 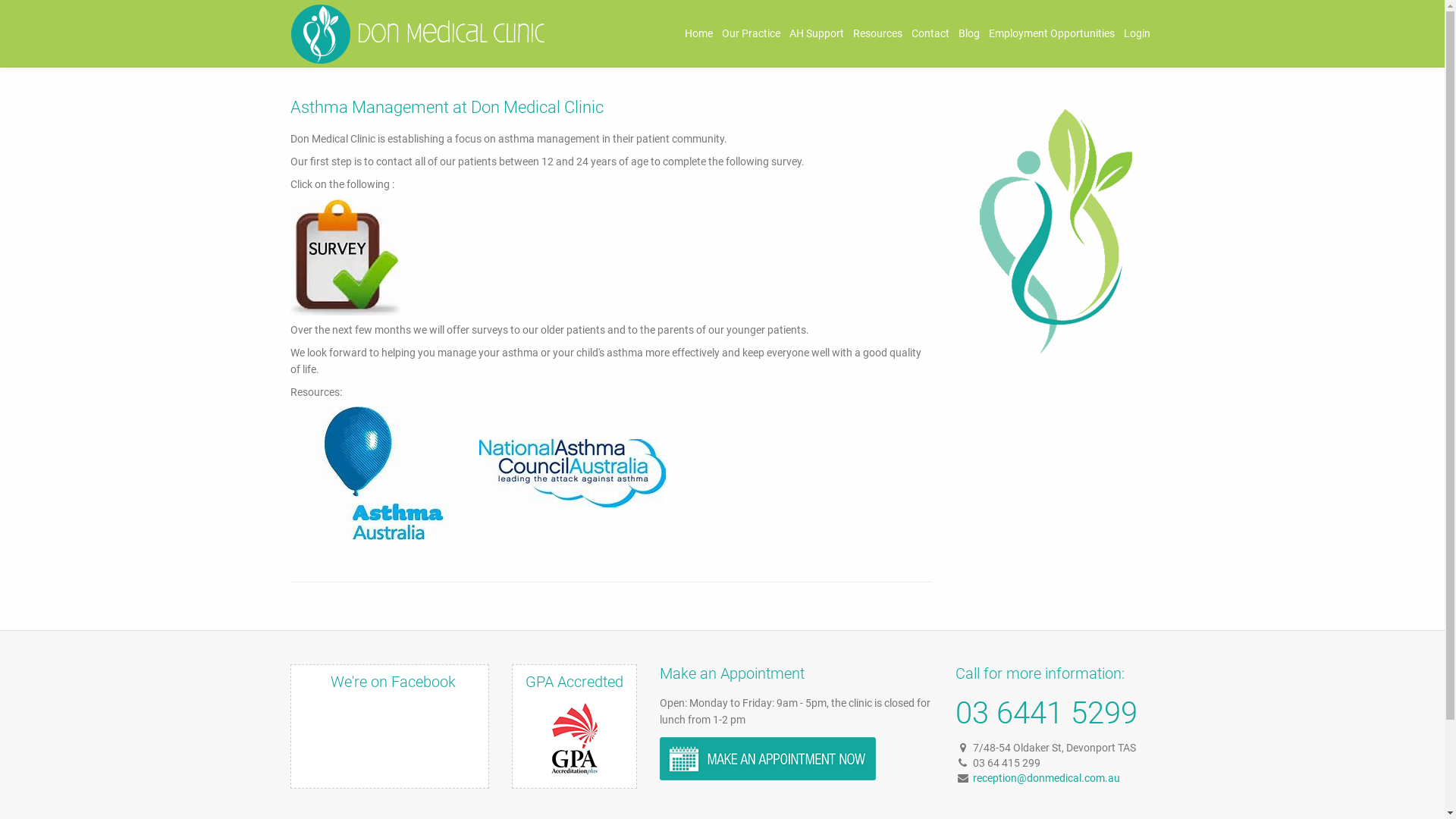 What do you see at coordinates (1137, 33) in the screenshot?
I see `'Login'` at bounding box center [1137, 33].